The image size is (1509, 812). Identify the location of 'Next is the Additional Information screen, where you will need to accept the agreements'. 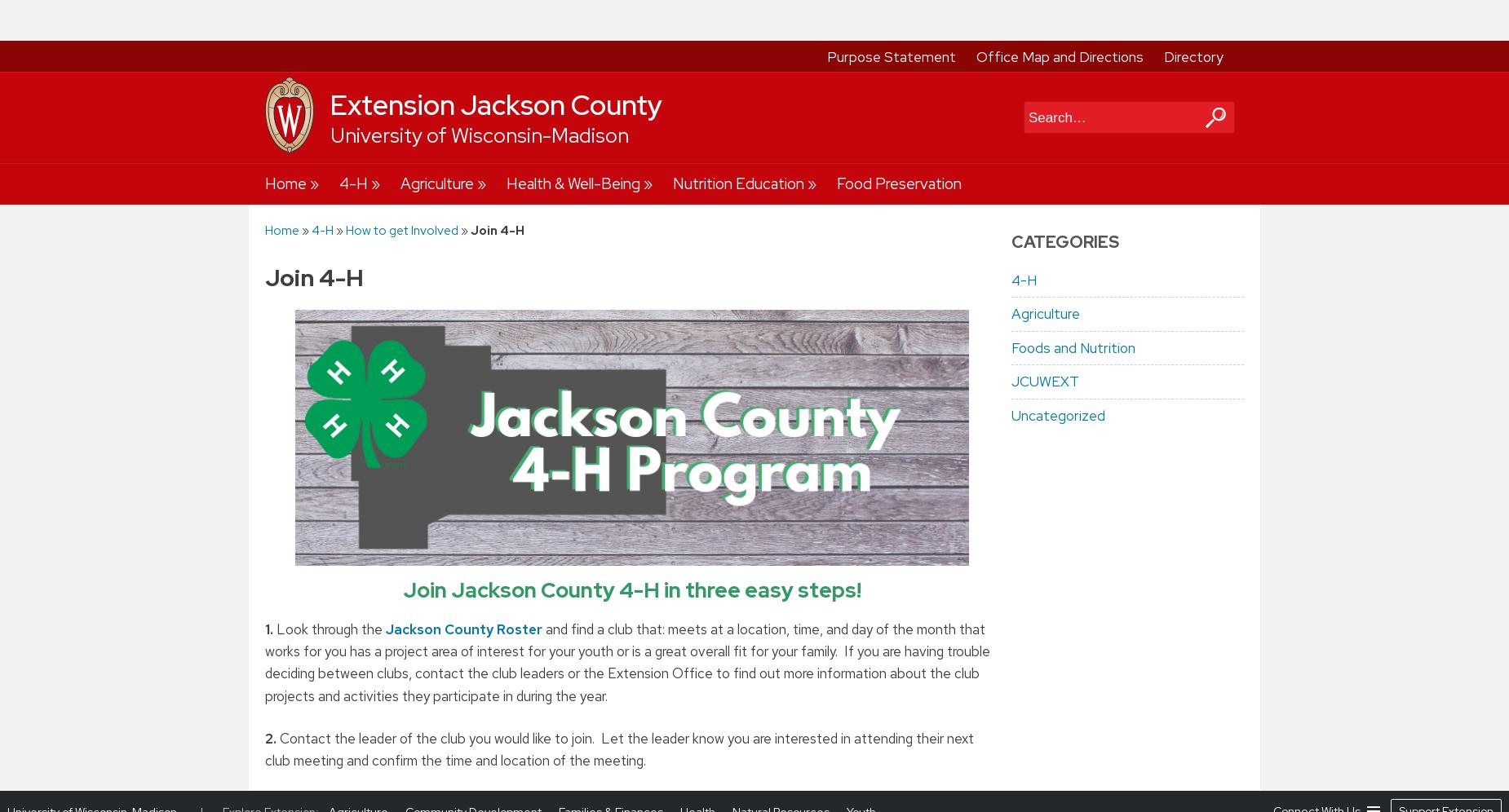
(573, 616).